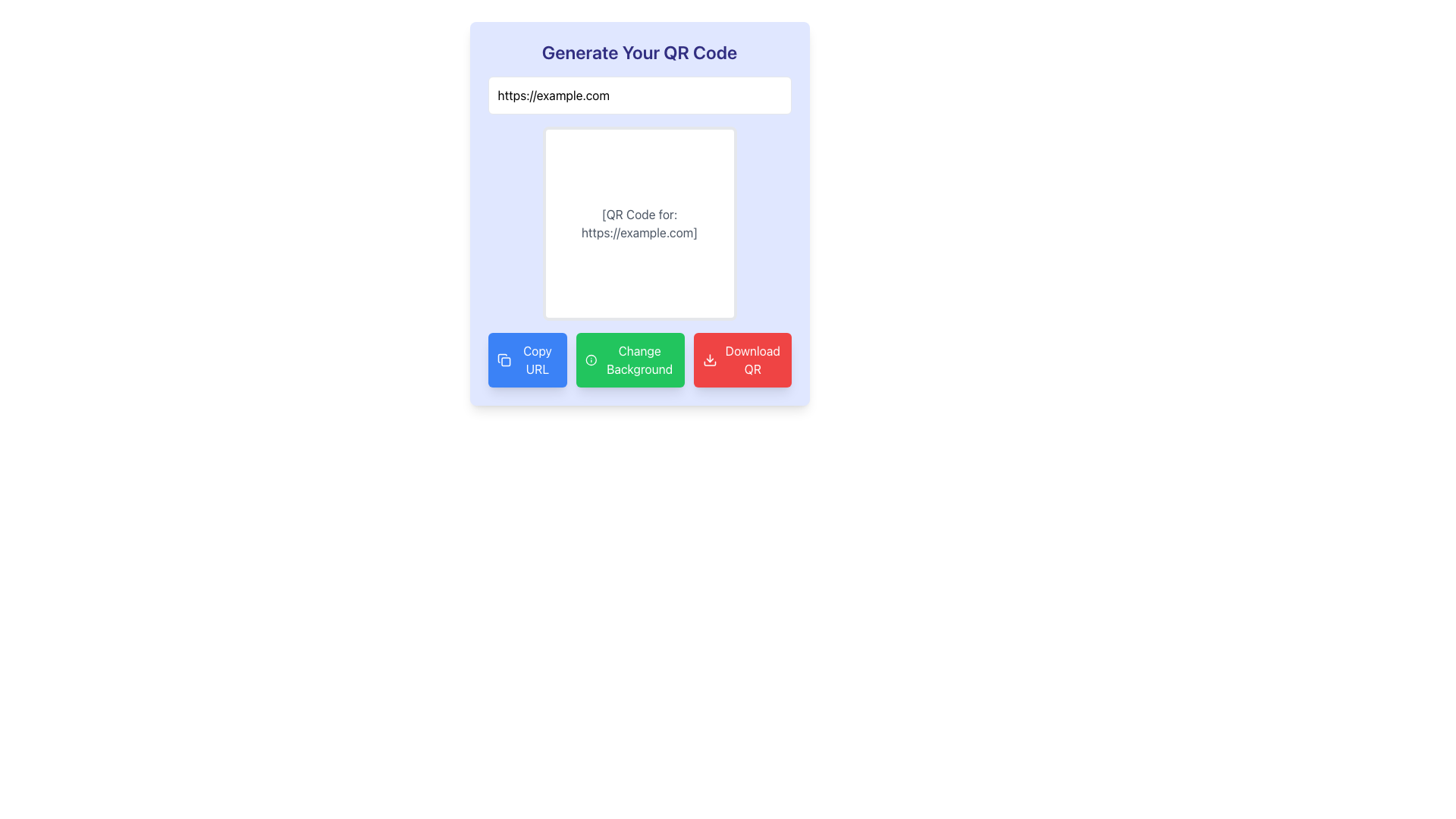 The width and height of the screenshot is (1456, 819). What do you see at coordinates (505, 362) in the screenshot?
I see `the decorative SVG graphical element that is part of an icon group located in the bottom-left area of the interface, which is second in a horizontal arrangement next to two other buttons` at bounding box center [505, 362].